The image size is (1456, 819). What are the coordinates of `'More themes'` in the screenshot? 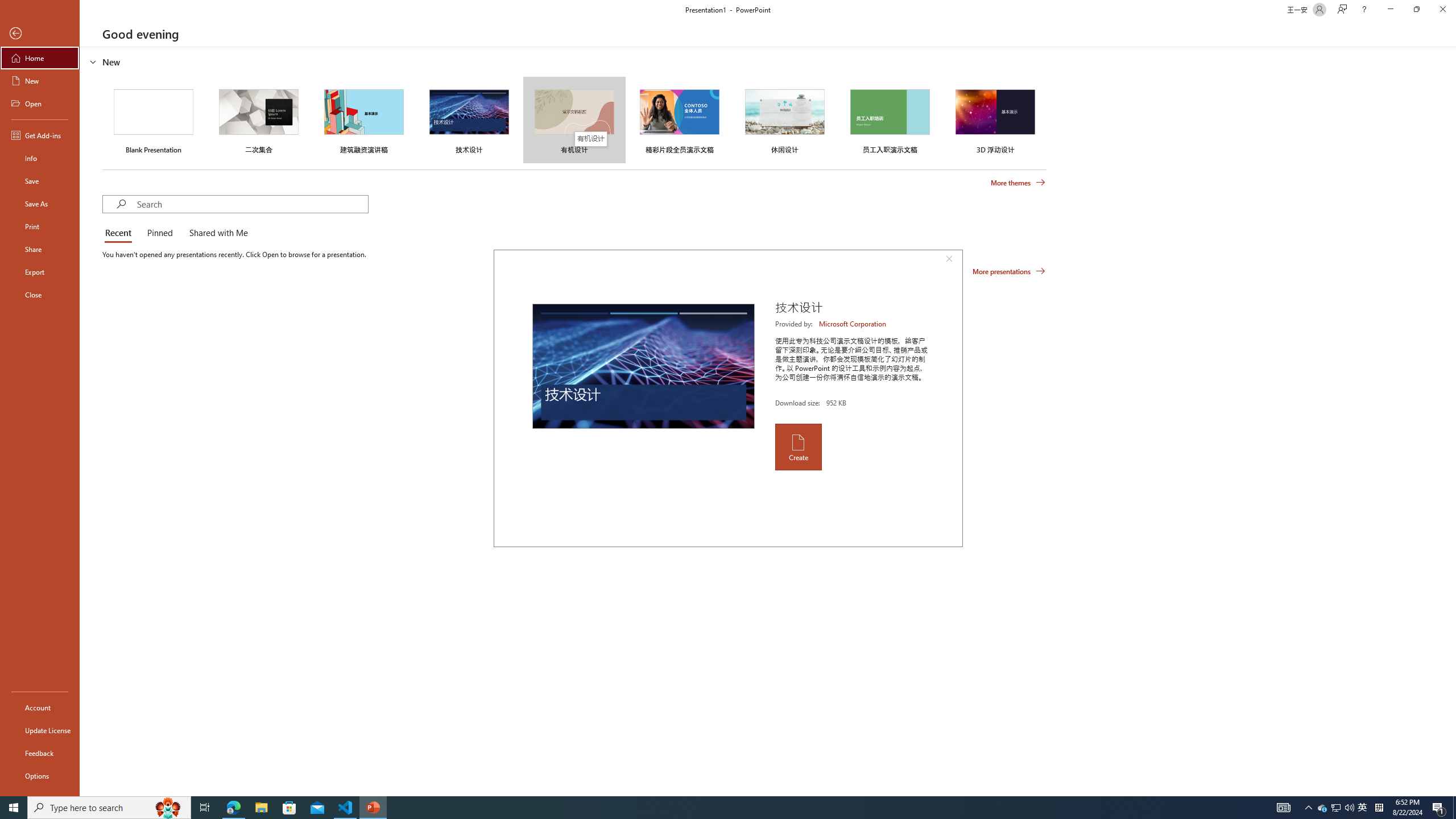 It's located at (1017, 183).